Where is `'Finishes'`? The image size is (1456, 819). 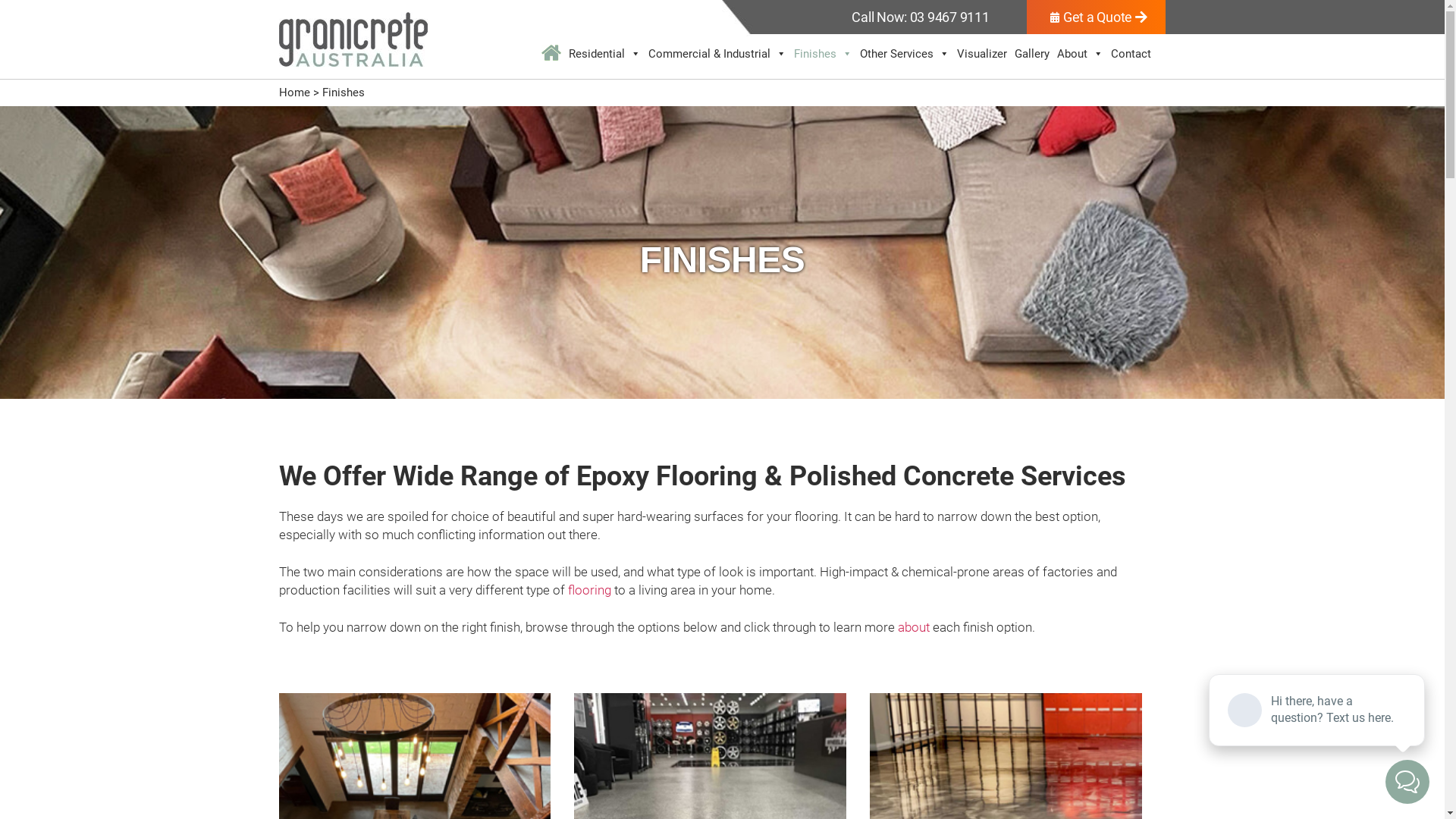
'Finishes' is located at coordinates (822, 52).